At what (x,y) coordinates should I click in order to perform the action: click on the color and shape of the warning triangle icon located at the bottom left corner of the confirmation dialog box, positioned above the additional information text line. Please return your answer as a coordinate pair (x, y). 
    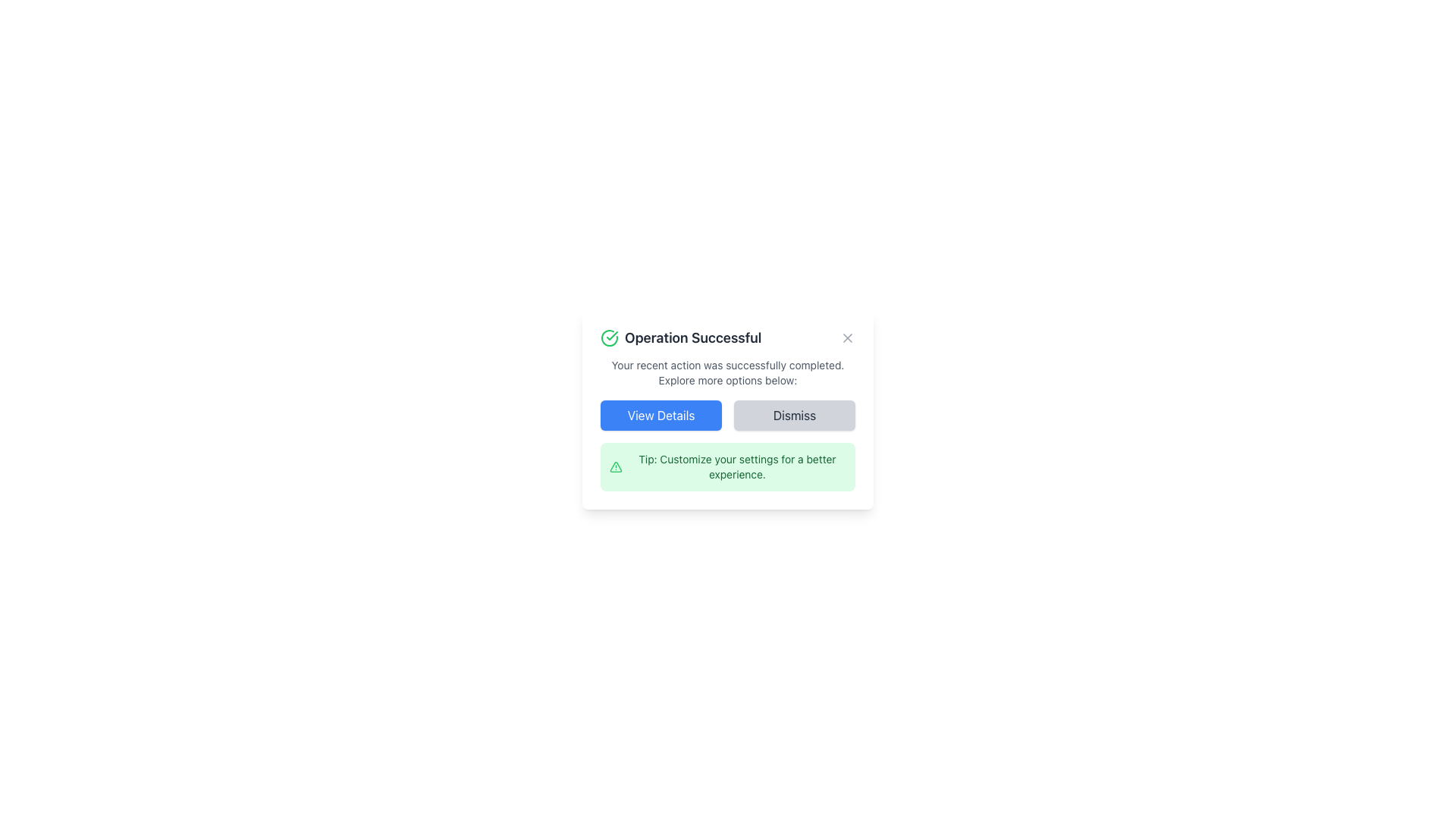
    Looking at the image, I should click on (616, 466).